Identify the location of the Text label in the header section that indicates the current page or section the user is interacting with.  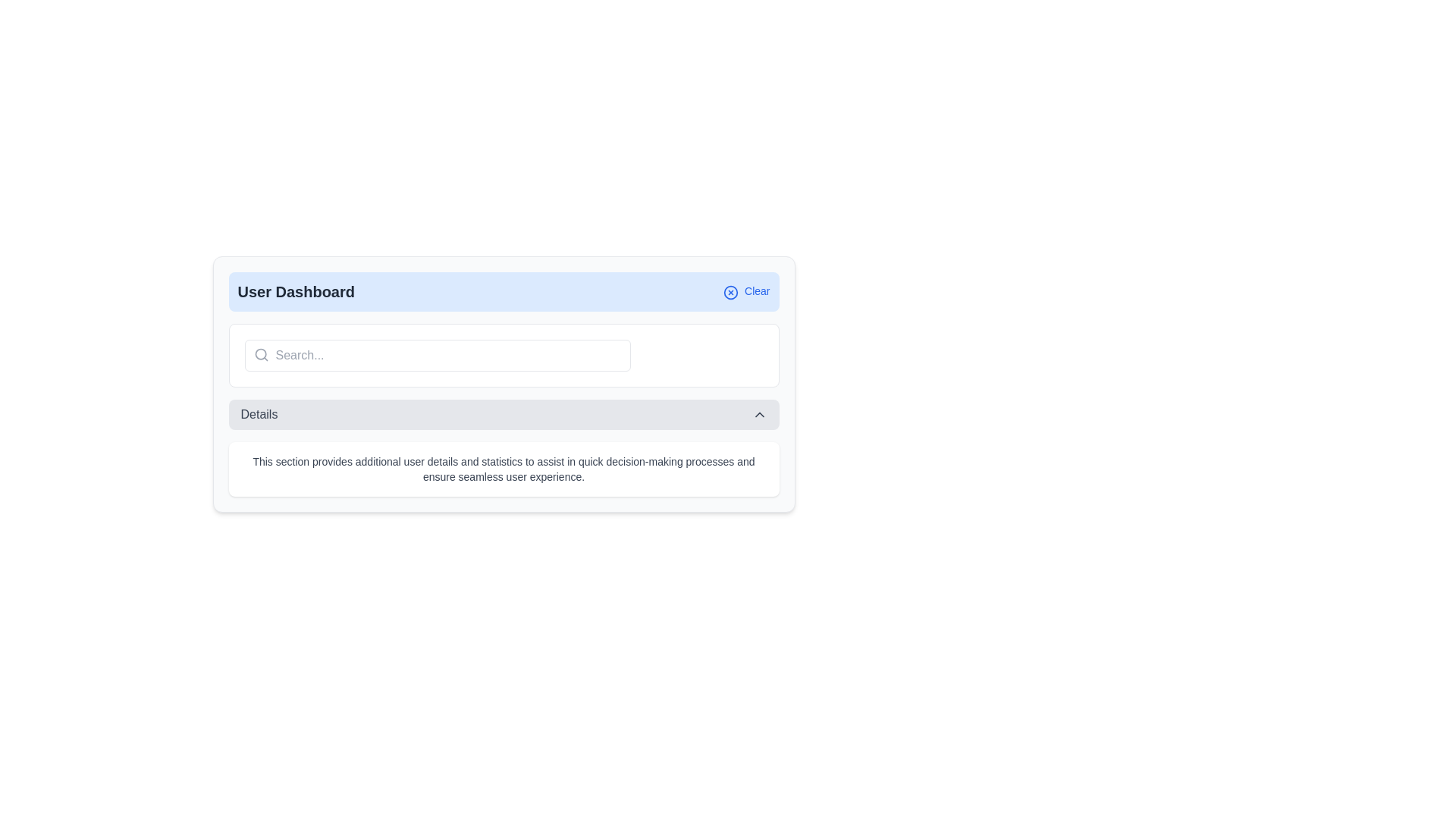
(296, 292).